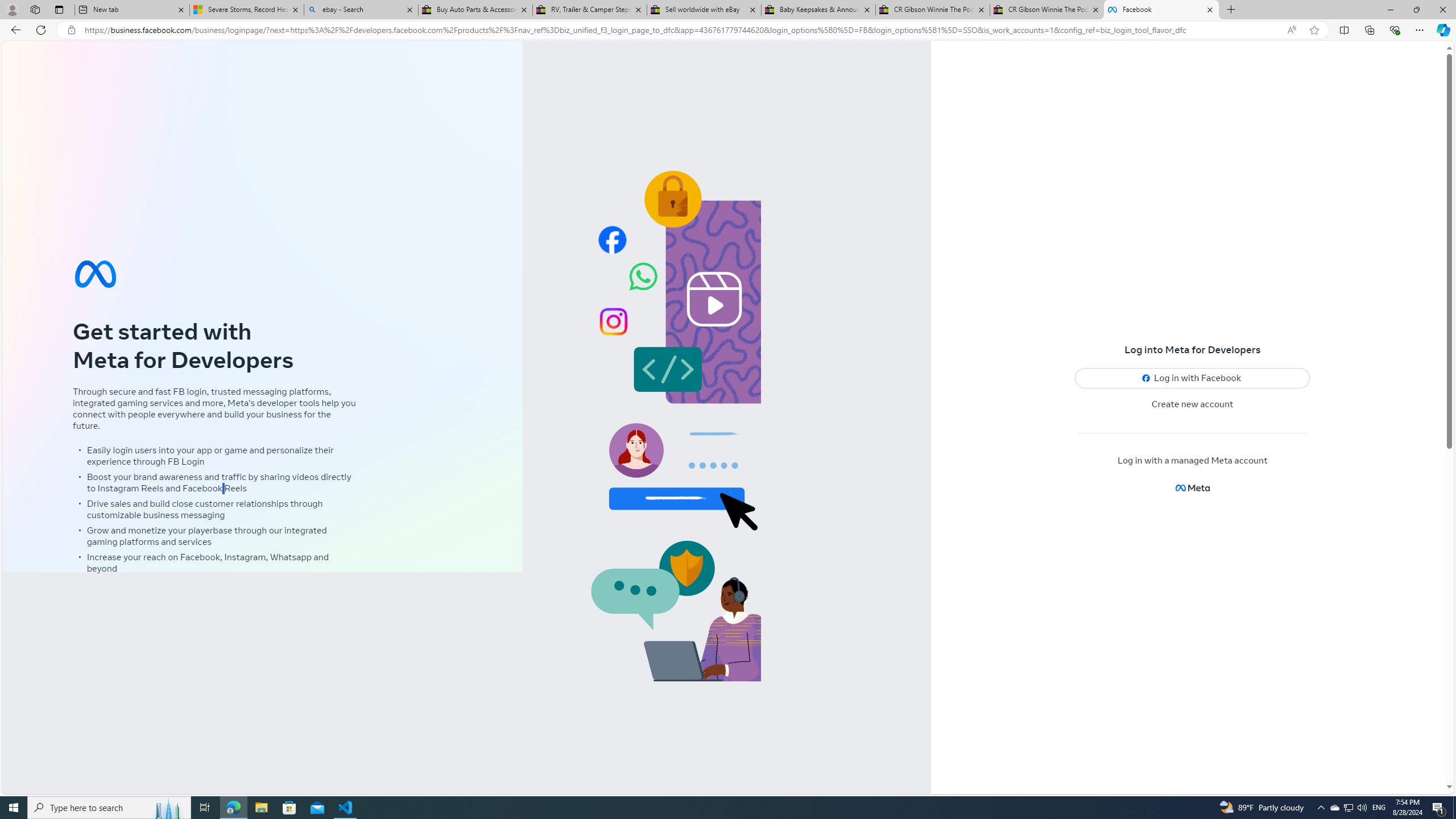  What do you see at coordinates (1192, 404) in the screenshot?
I see `'Create new account'` at bounding box center [1192, 404].